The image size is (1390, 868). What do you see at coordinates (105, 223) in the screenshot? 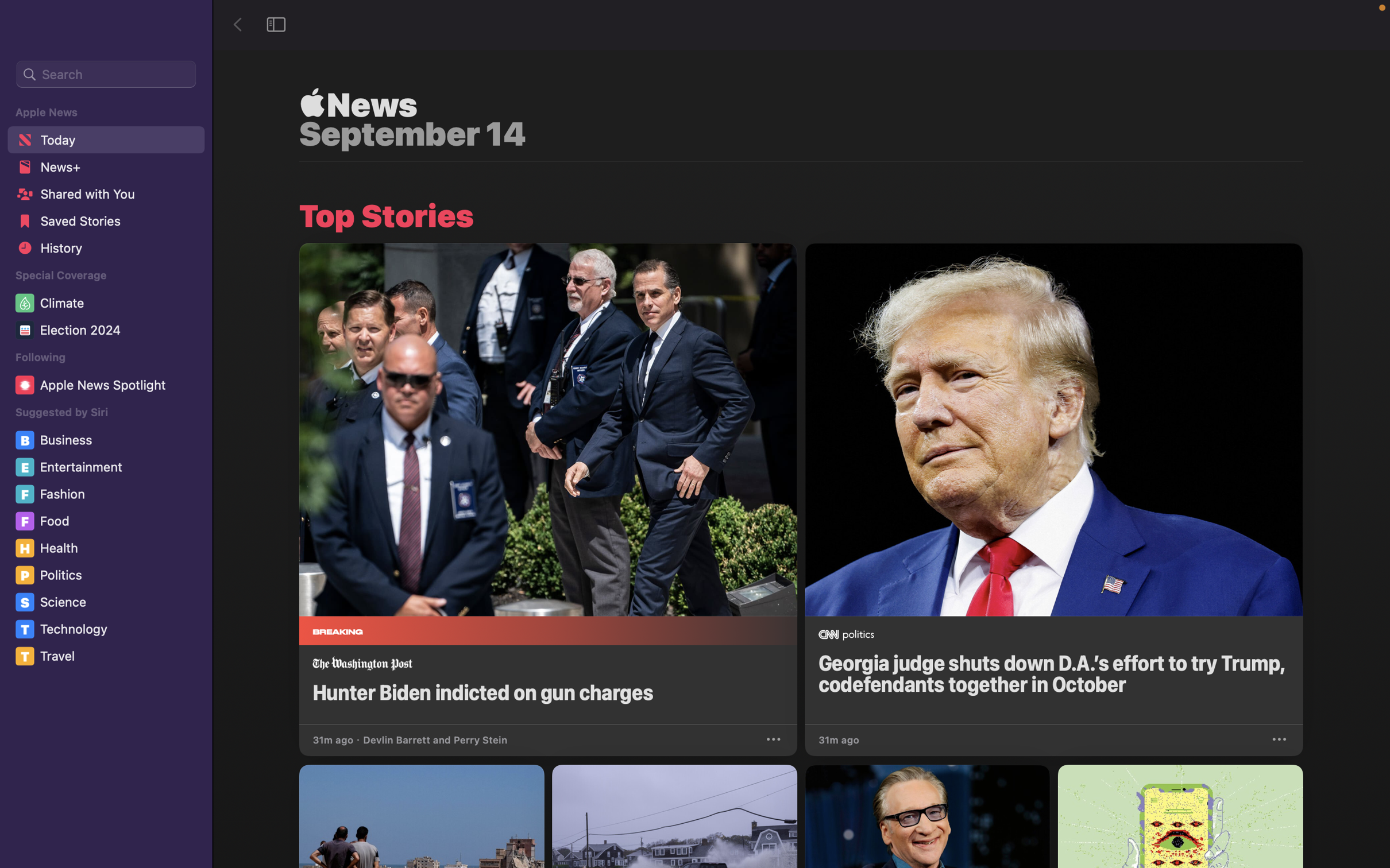
I see `the saved news items` at bounding box center [105, 223].